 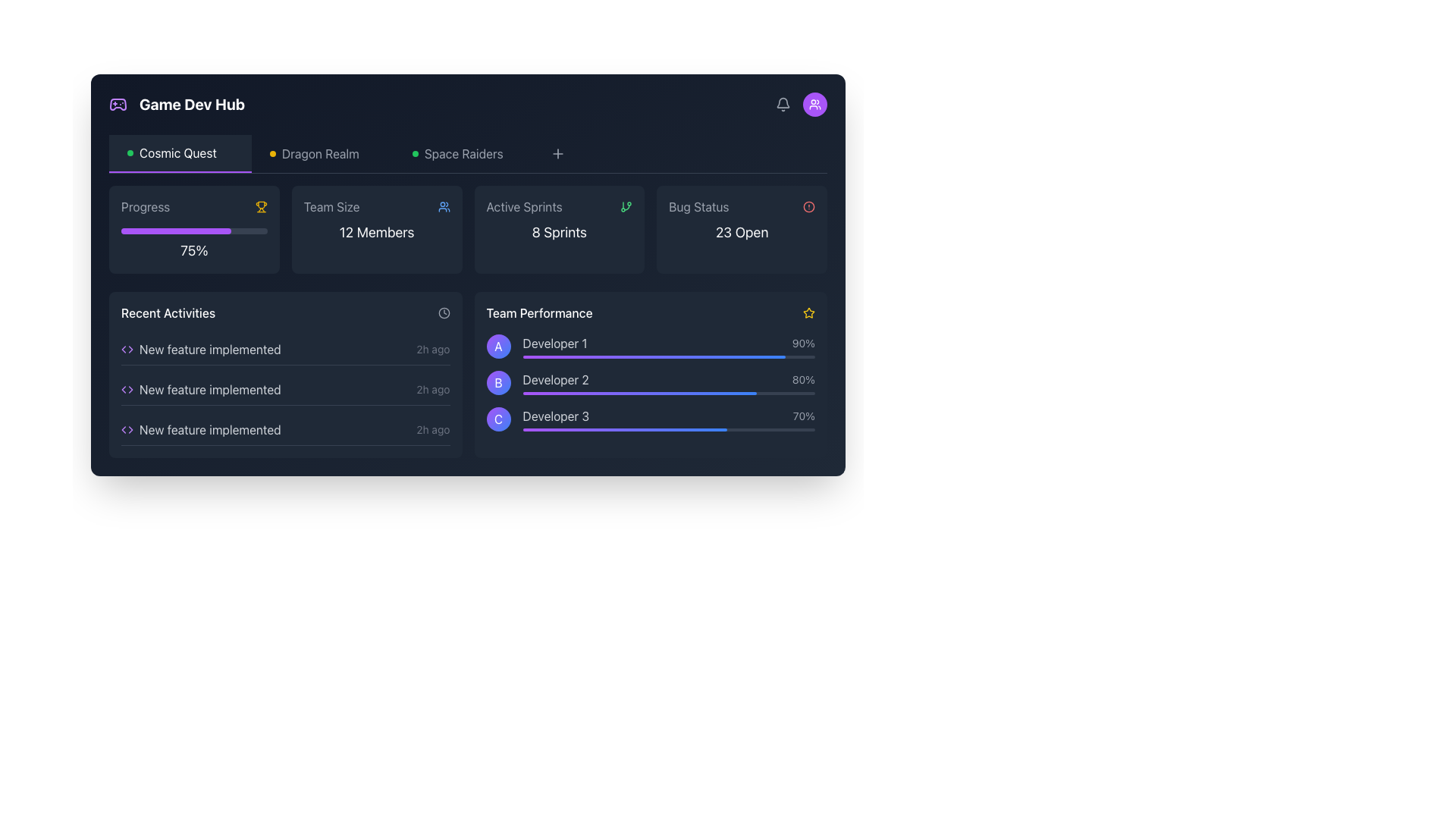 What do you see at coordinates (193, 230) in the screenshot?
I see `the progress on the informative card with a progress bar located in the top-left corner of the dashboard grid to understand the completion percentage` at bounding box center [193, 230].